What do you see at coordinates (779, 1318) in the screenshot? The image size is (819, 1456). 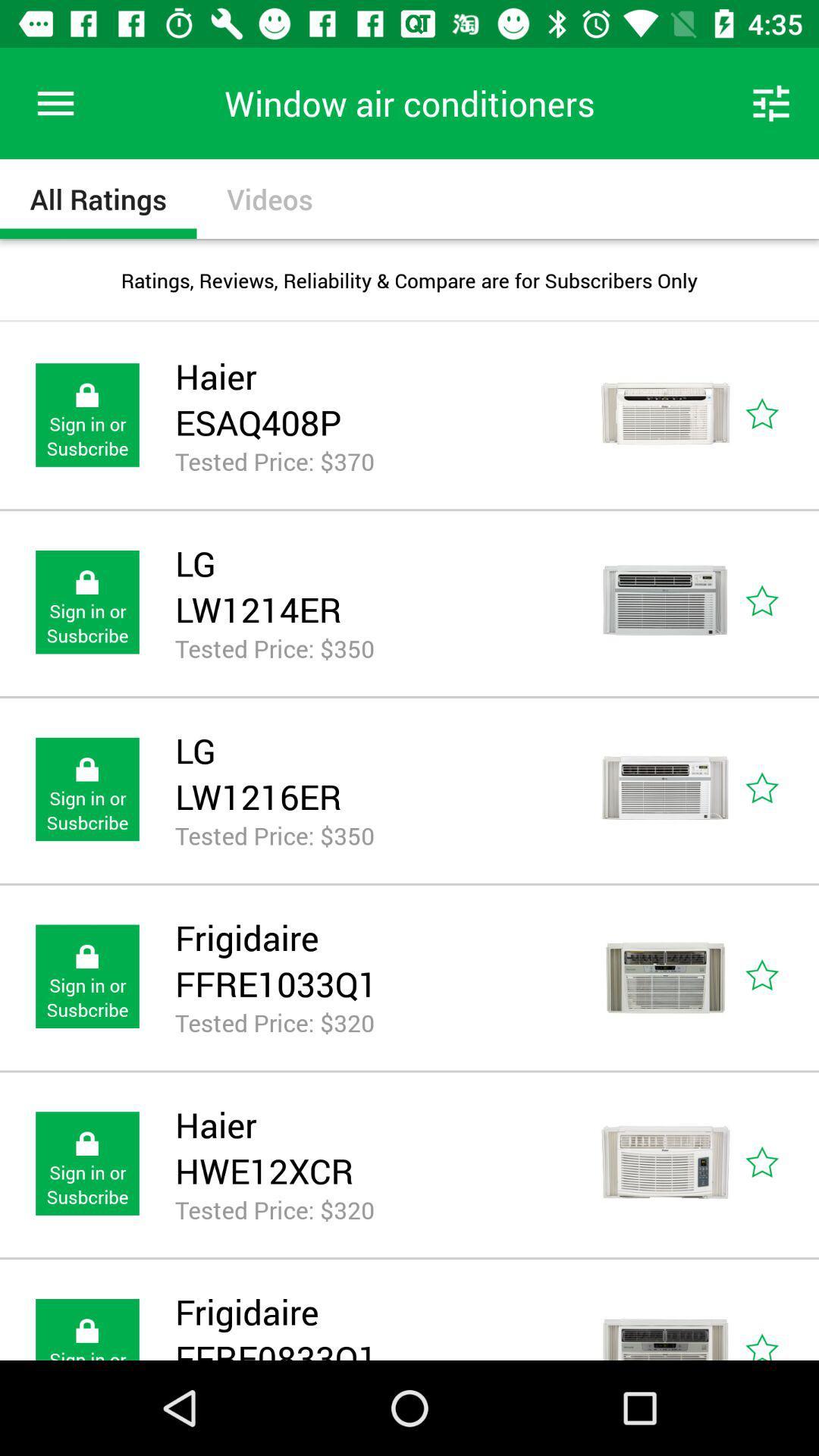 I see `the icon represented rating of the given product` at bounding box center [779, 1318].